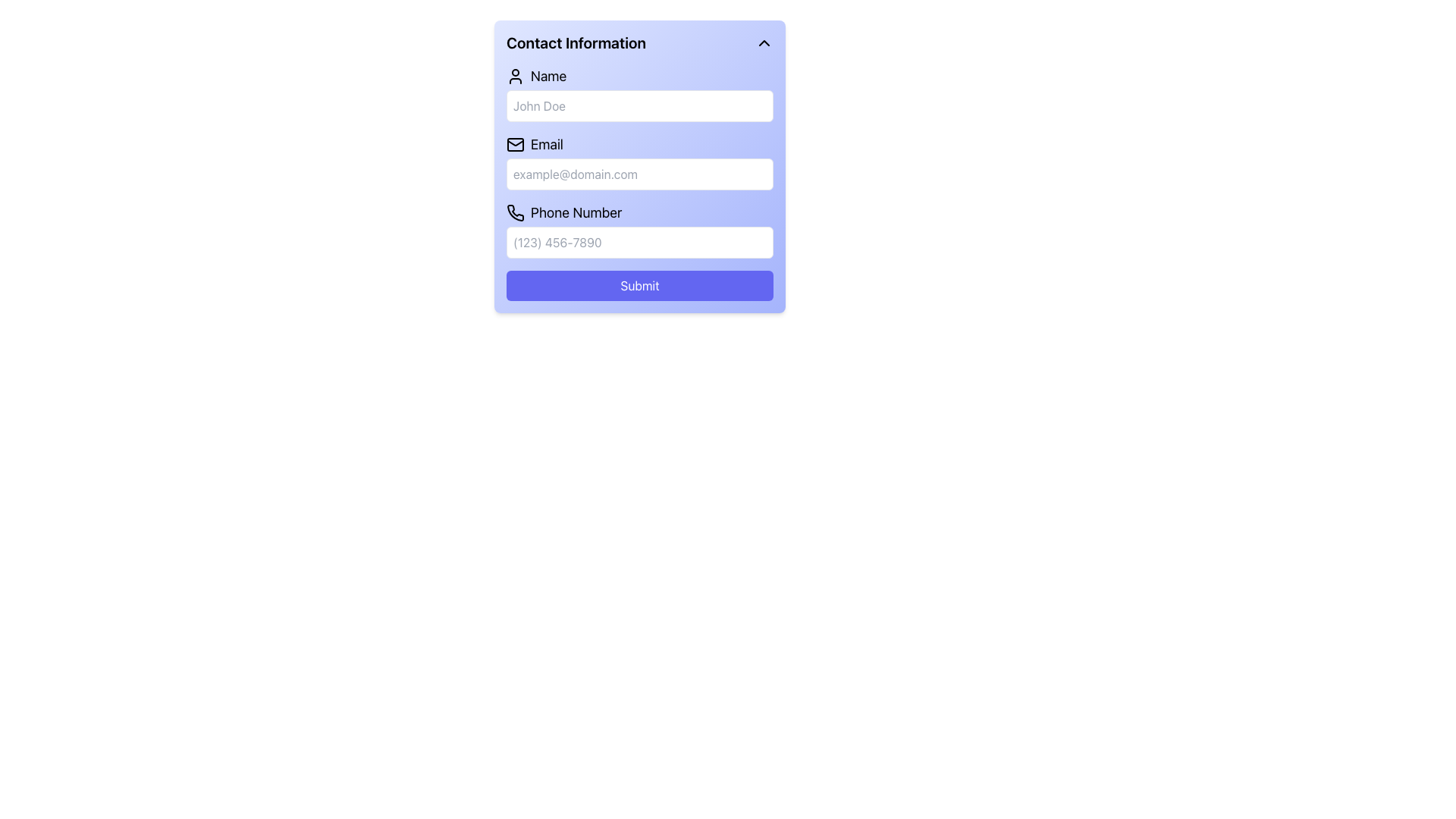 The image size is (1456, 819). I want to click on the text input field for the user's name, which is styled with a rectangular border and rounded corners, located beneath the 'Name' label, so click(640, 93).